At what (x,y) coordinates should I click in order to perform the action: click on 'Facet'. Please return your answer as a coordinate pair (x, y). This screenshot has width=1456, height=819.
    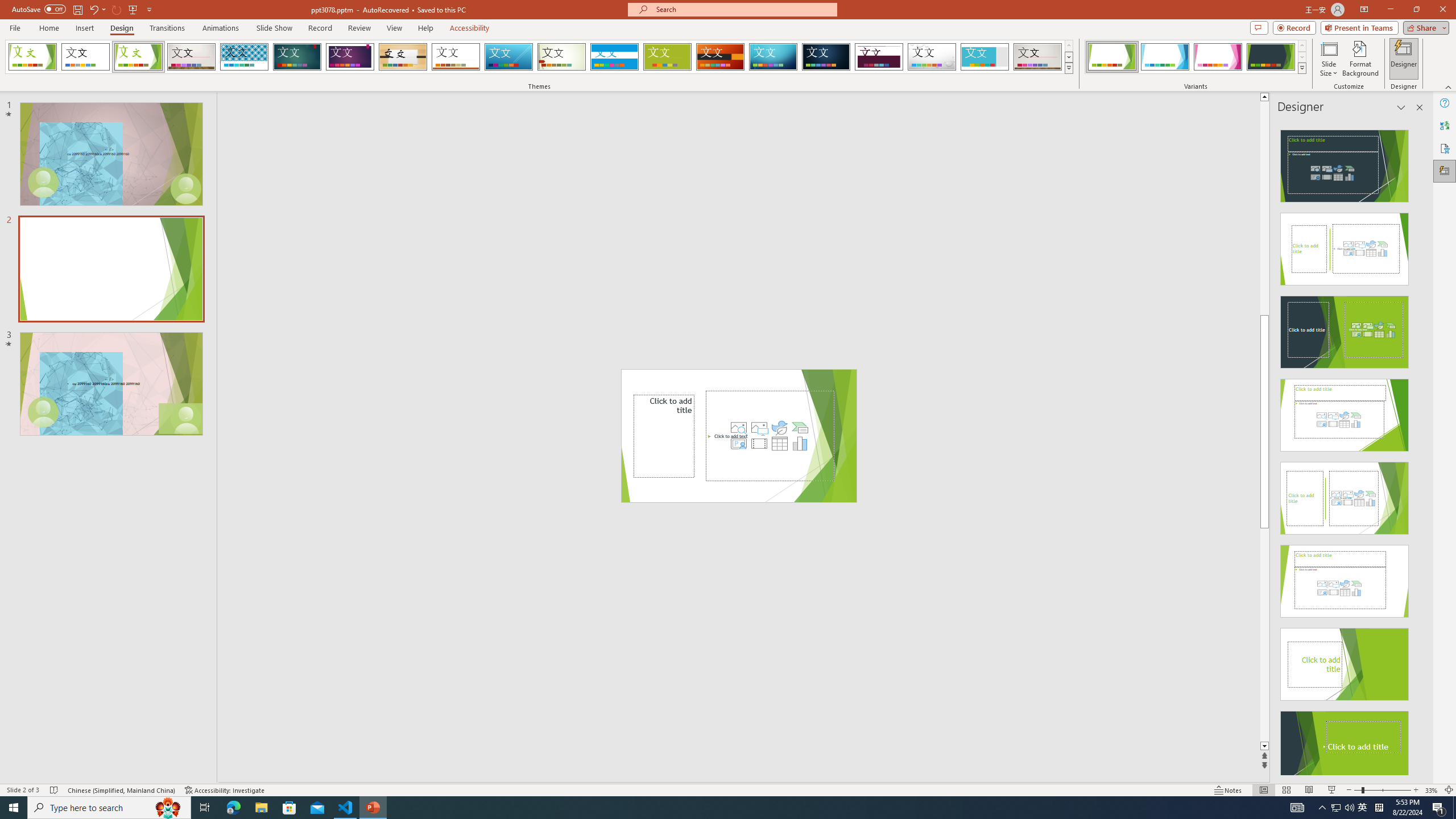
    Looking at the image, I should click on (138, 56).